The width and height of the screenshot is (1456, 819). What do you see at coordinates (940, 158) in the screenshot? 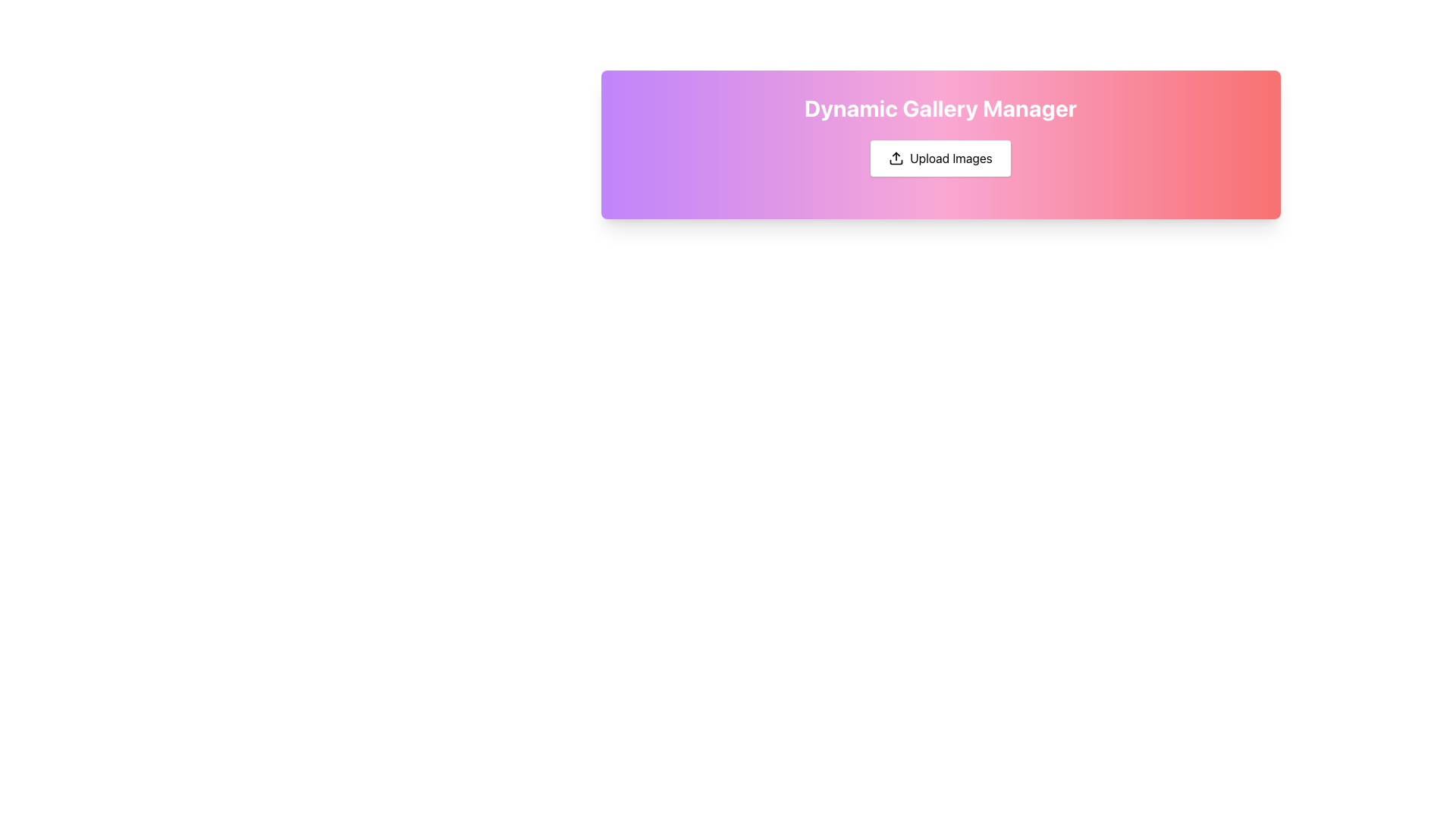
I see `the upload button located below the 'Dynamic Gallery Manager' text label` at bounding box center [940, 158].